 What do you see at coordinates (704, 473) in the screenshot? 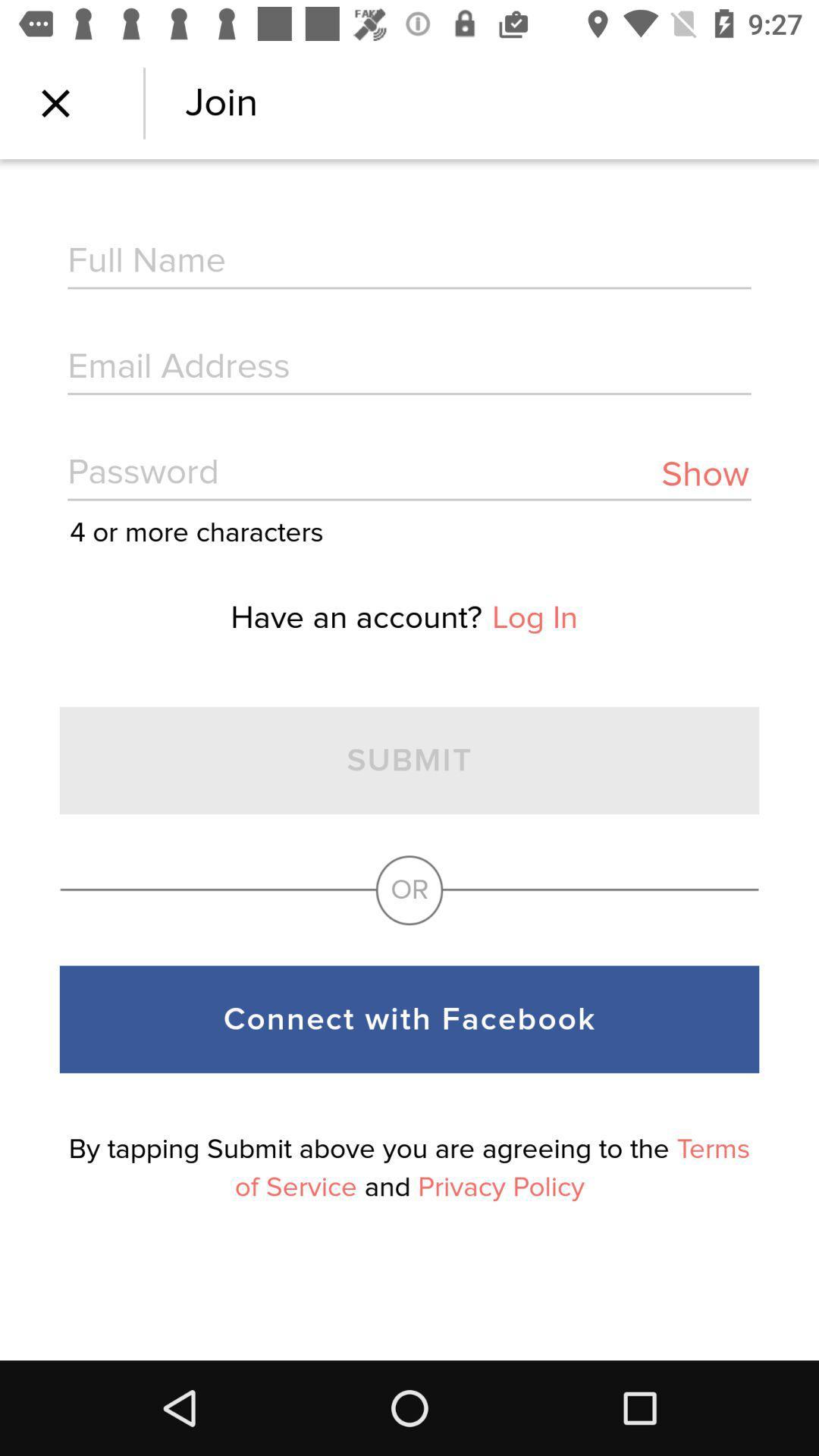
I see `icon above or item` at bounding box center [704, 473].